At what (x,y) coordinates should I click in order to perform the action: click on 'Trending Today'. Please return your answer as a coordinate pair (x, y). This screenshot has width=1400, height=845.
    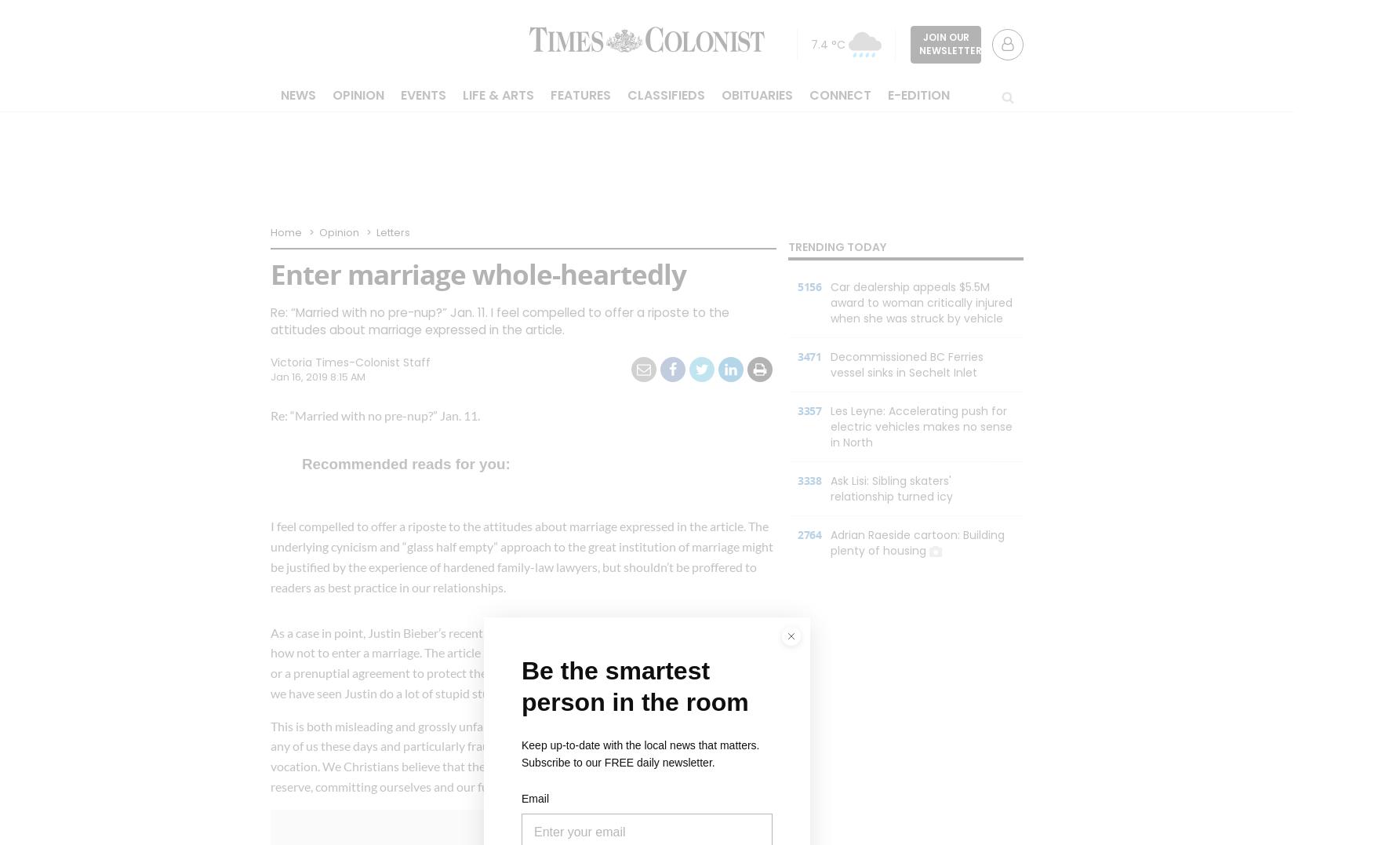
    Looking at the image, I should click on (837, 247).